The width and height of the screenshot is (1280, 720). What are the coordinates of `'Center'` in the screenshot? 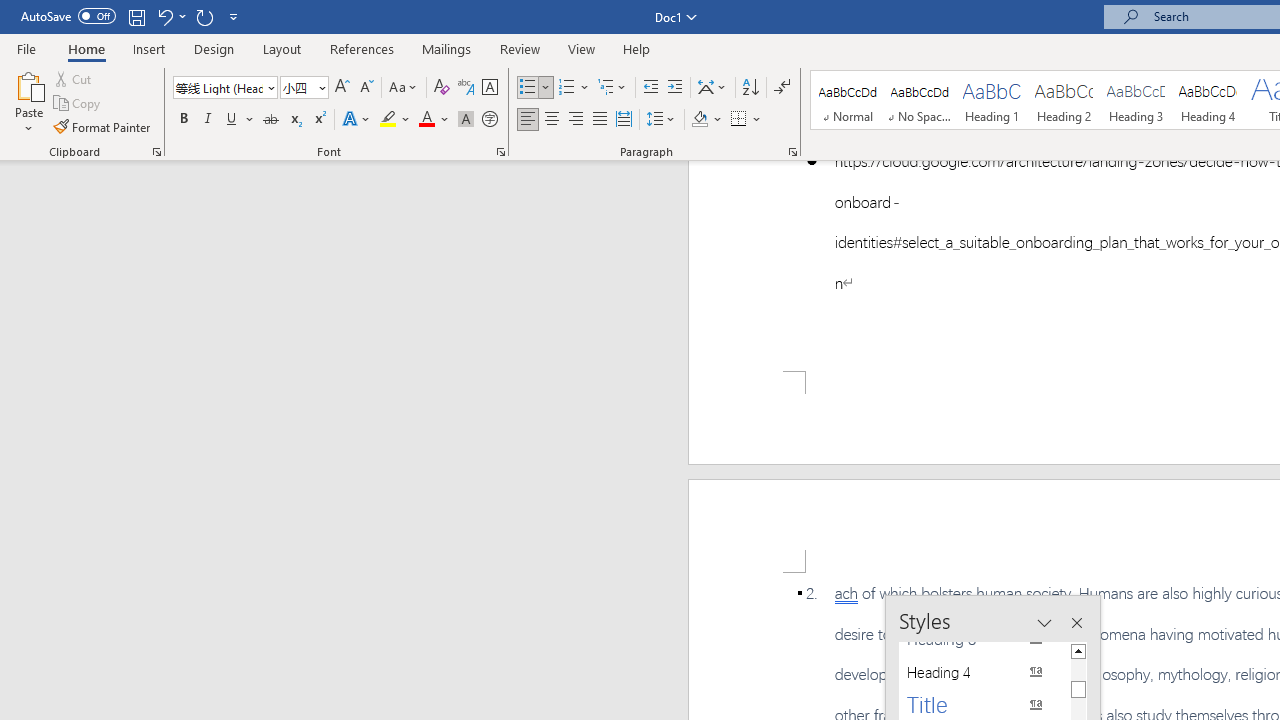 It's located at (552, 119).